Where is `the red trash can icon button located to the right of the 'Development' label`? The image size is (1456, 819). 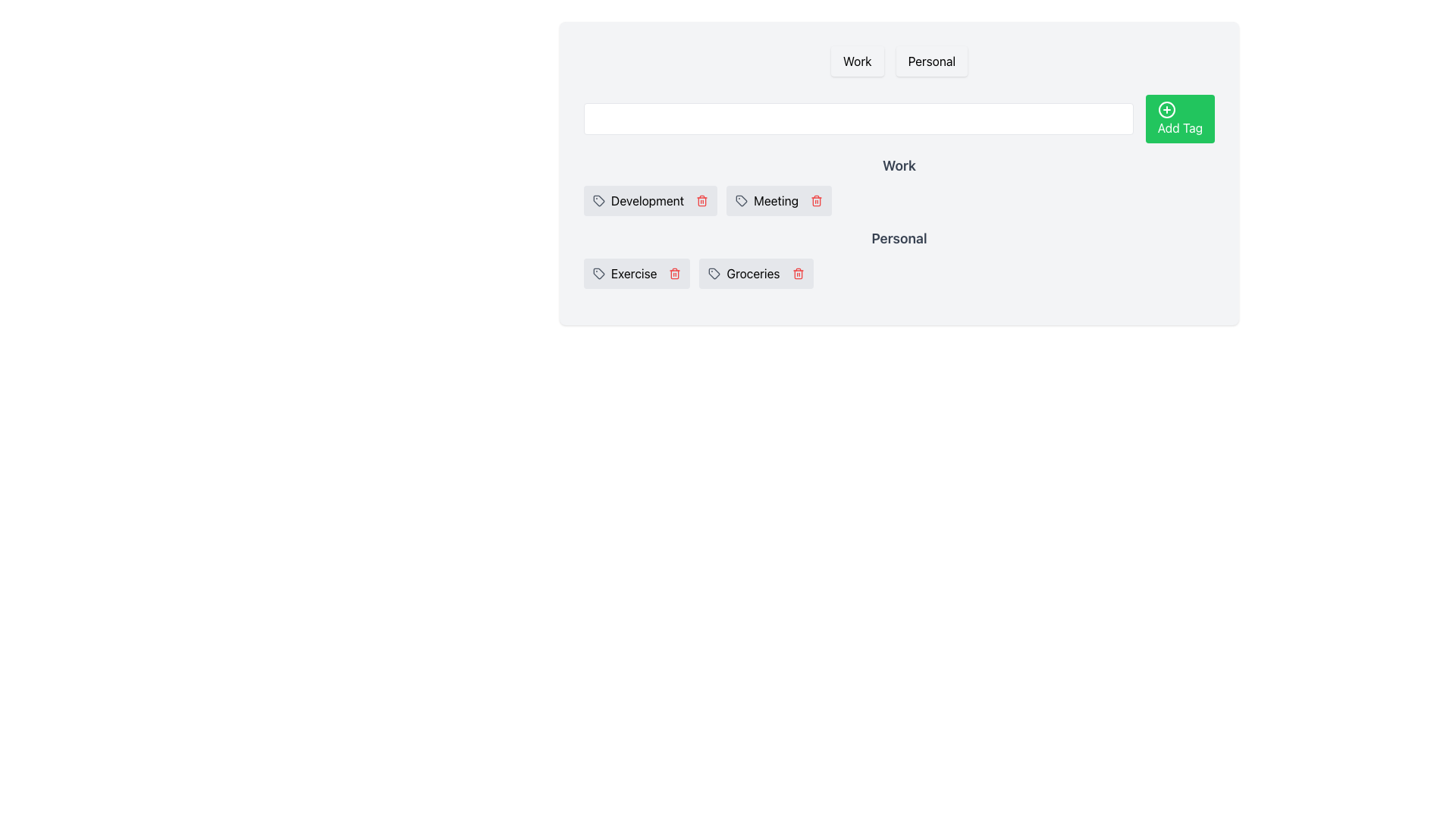 the red trash can icon button located to the right of the 'Development' label is located at coordinates (701, 200).